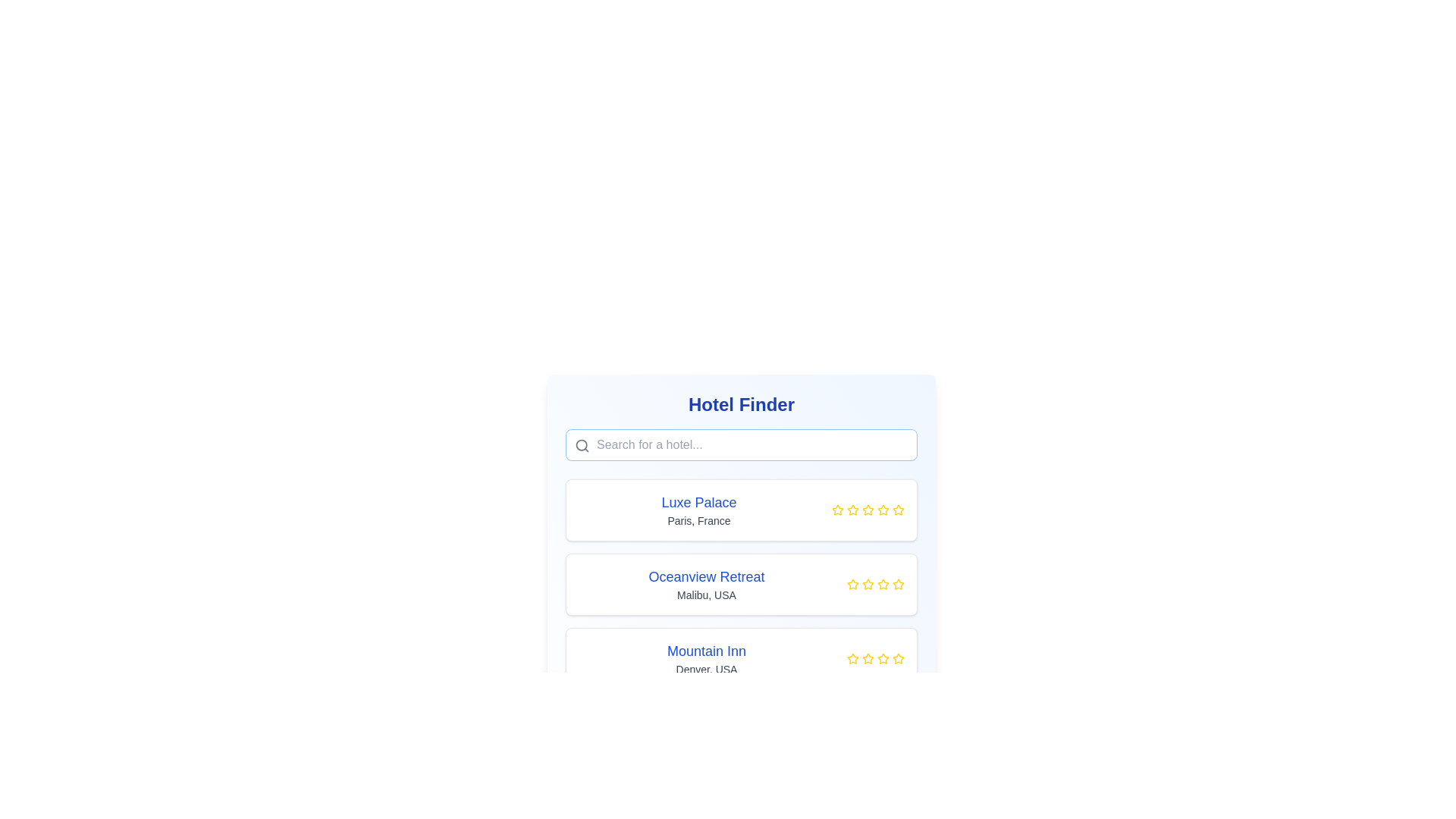 This screenshot has height=819, width=1456. I want to click on the static display of the hotel rating visualization component located to the right of 'Mountain Inn' and below 'Denver, USA', so click(876, 657).